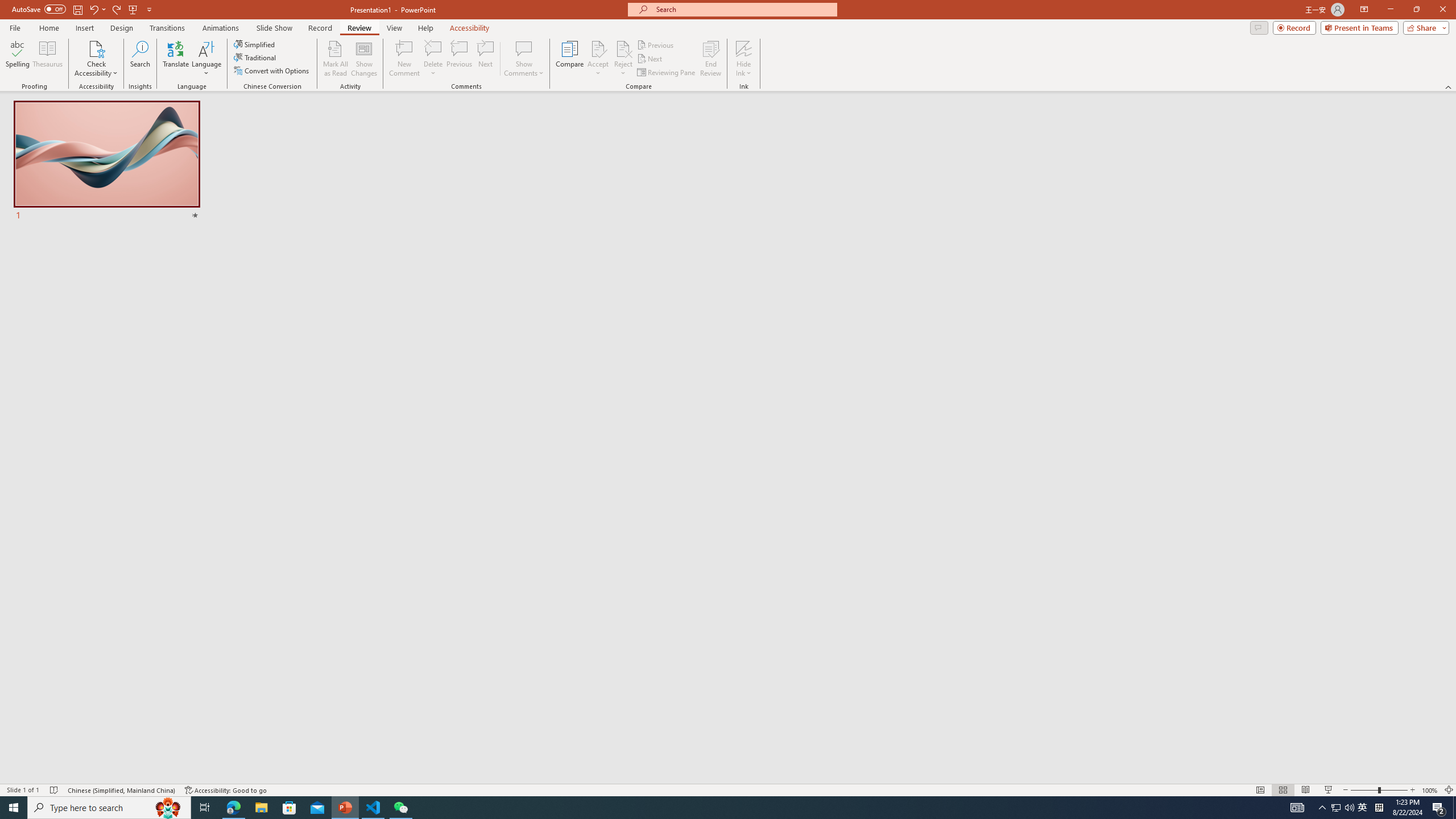  I want to click on 'Reject Change', so click(622, 48).